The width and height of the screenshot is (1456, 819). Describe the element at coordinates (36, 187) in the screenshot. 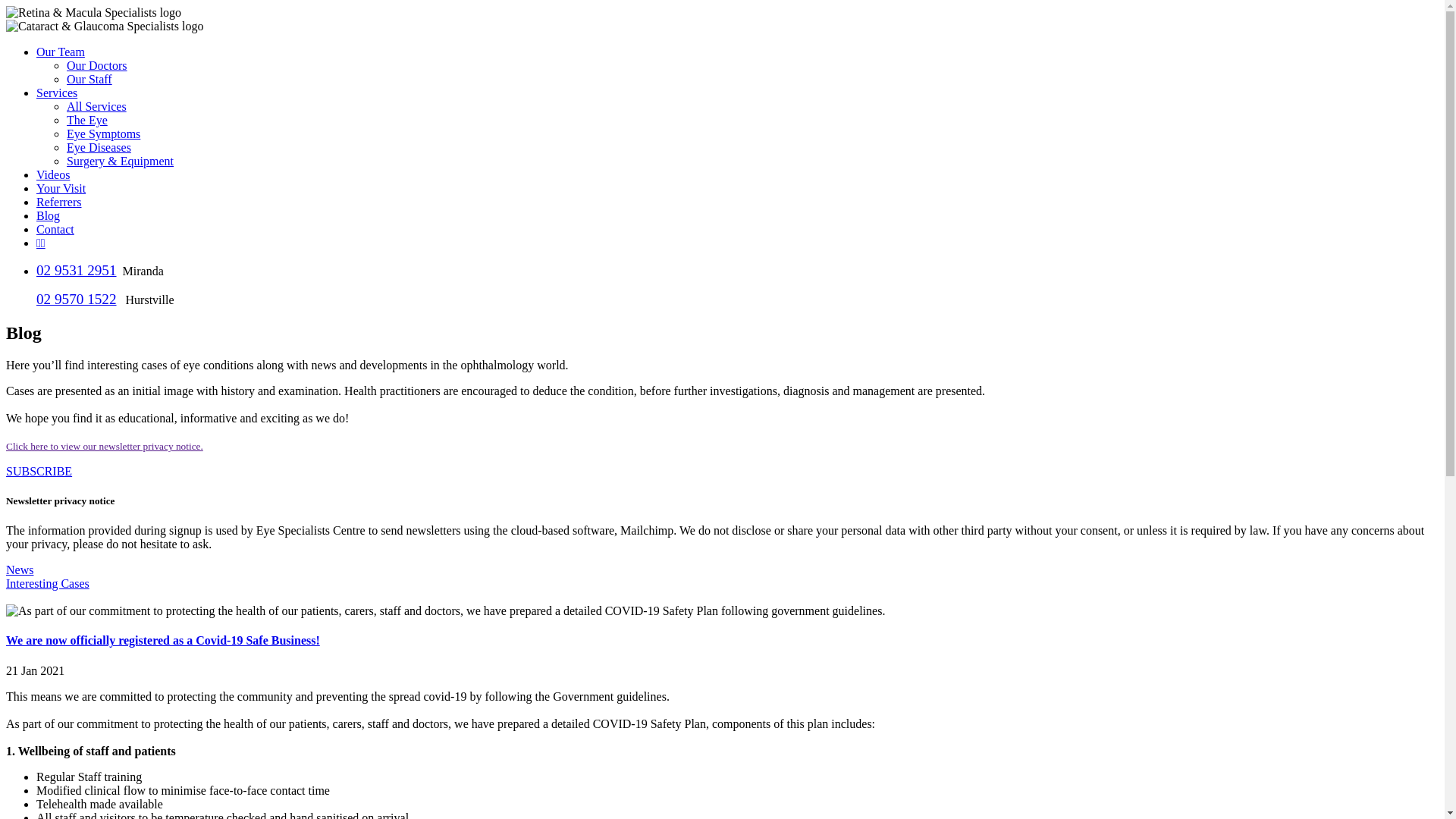

I see `'Your Visit'` at that location.